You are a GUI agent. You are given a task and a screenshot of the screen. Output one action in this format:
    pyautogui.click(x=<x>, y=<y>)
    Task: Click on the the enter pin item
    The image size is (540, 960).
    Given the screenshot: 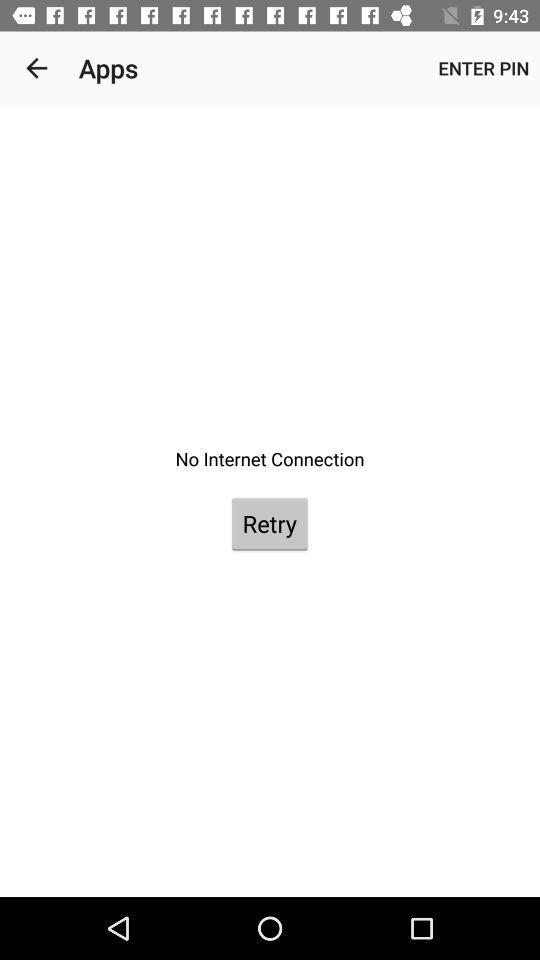 What is the action you would take?
    pyautogui.click(x=482, y=68)
    